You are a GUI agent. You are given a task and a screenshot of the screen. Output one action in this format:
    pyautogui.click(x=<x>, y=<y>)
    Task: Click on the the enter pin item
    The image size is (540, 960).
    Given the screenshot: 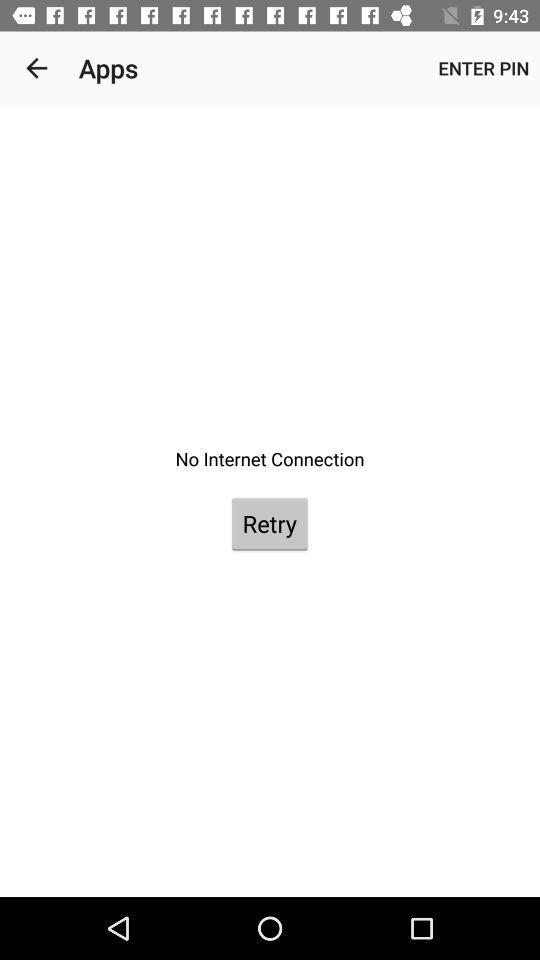 What is the action you would take?
    pyautogui.click(x=482, y=68)
    